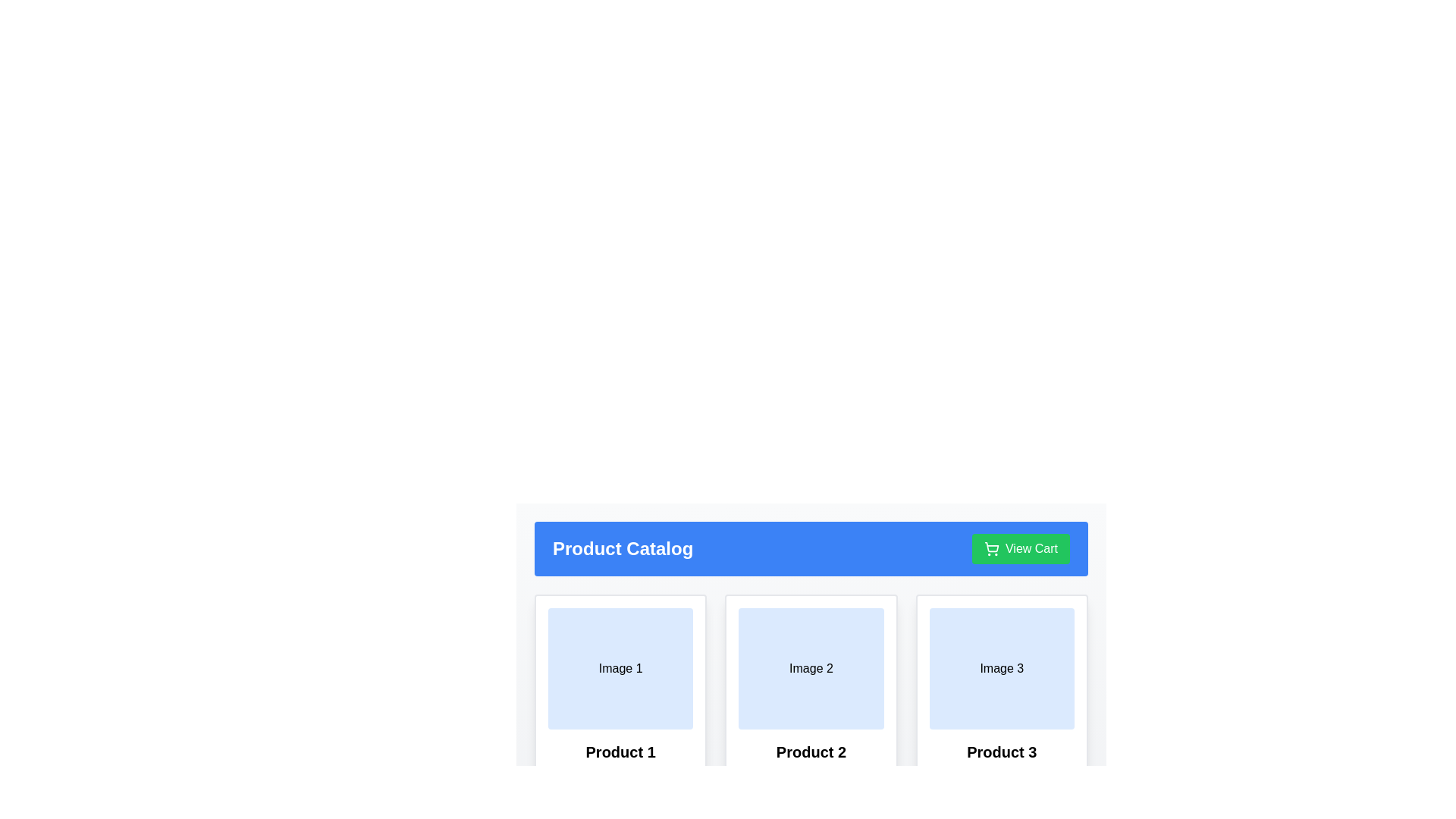 The width and height of the screenshot is (1456, 819). Describe the element at coordinates (1002, 752) in the screenshot. I see `text label element that prominently displays 'Product 3', located below the image labeled 'Image 3' and above the description text` at that location.